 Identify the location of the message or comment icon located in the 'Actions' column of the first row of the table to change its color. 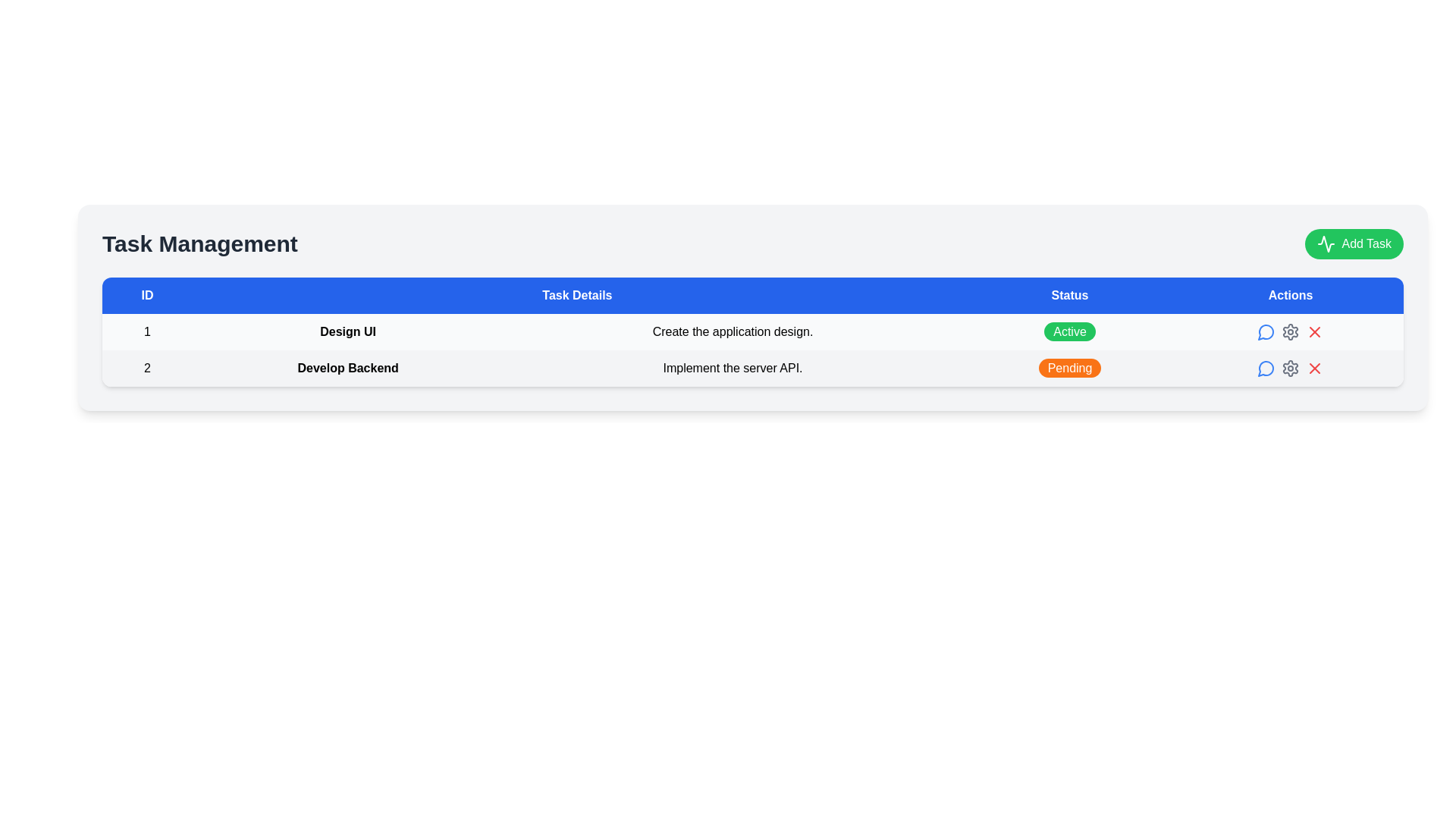
(1266, 331).